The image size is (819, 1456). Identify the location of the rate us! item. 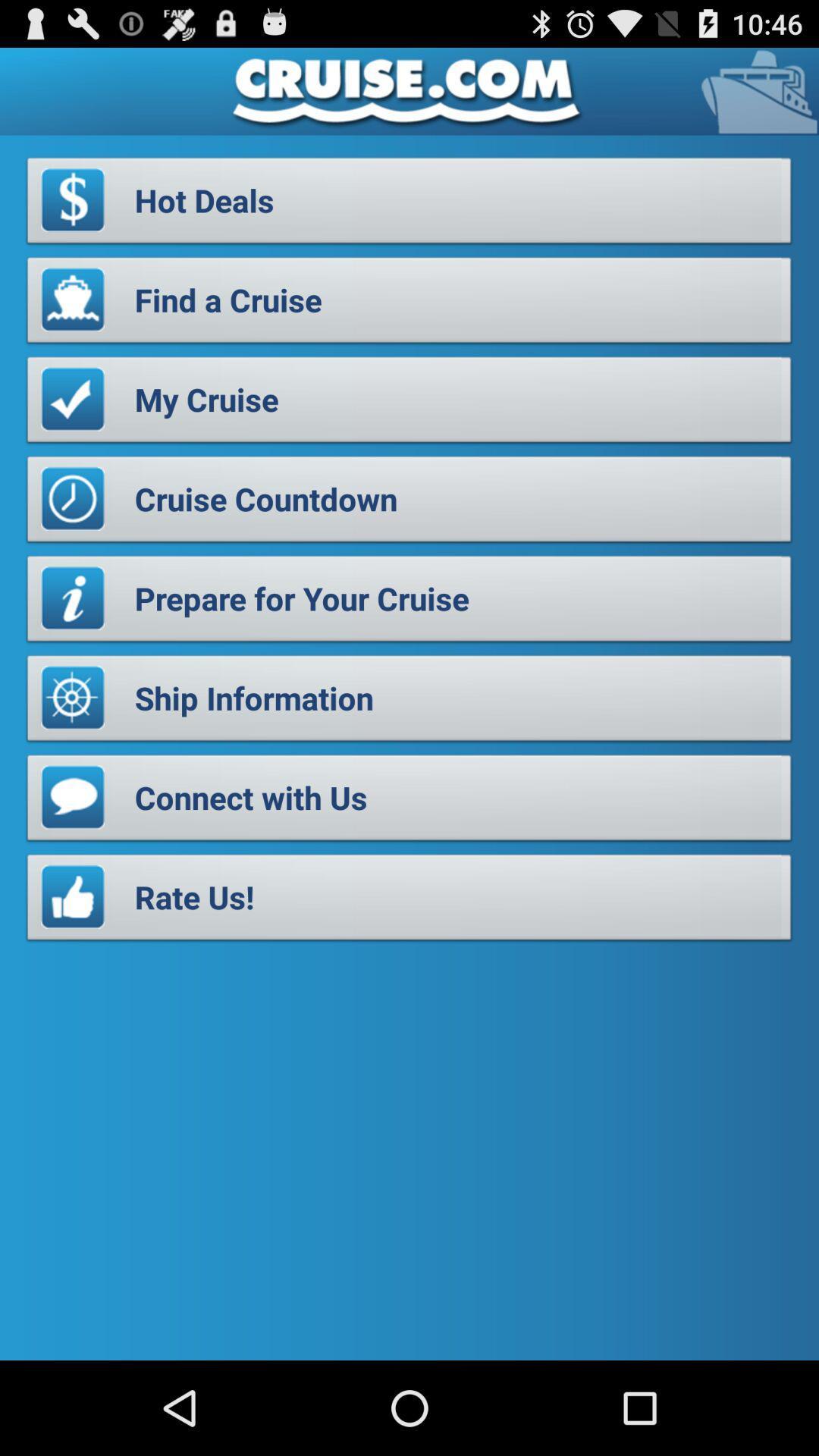
(409, 902).